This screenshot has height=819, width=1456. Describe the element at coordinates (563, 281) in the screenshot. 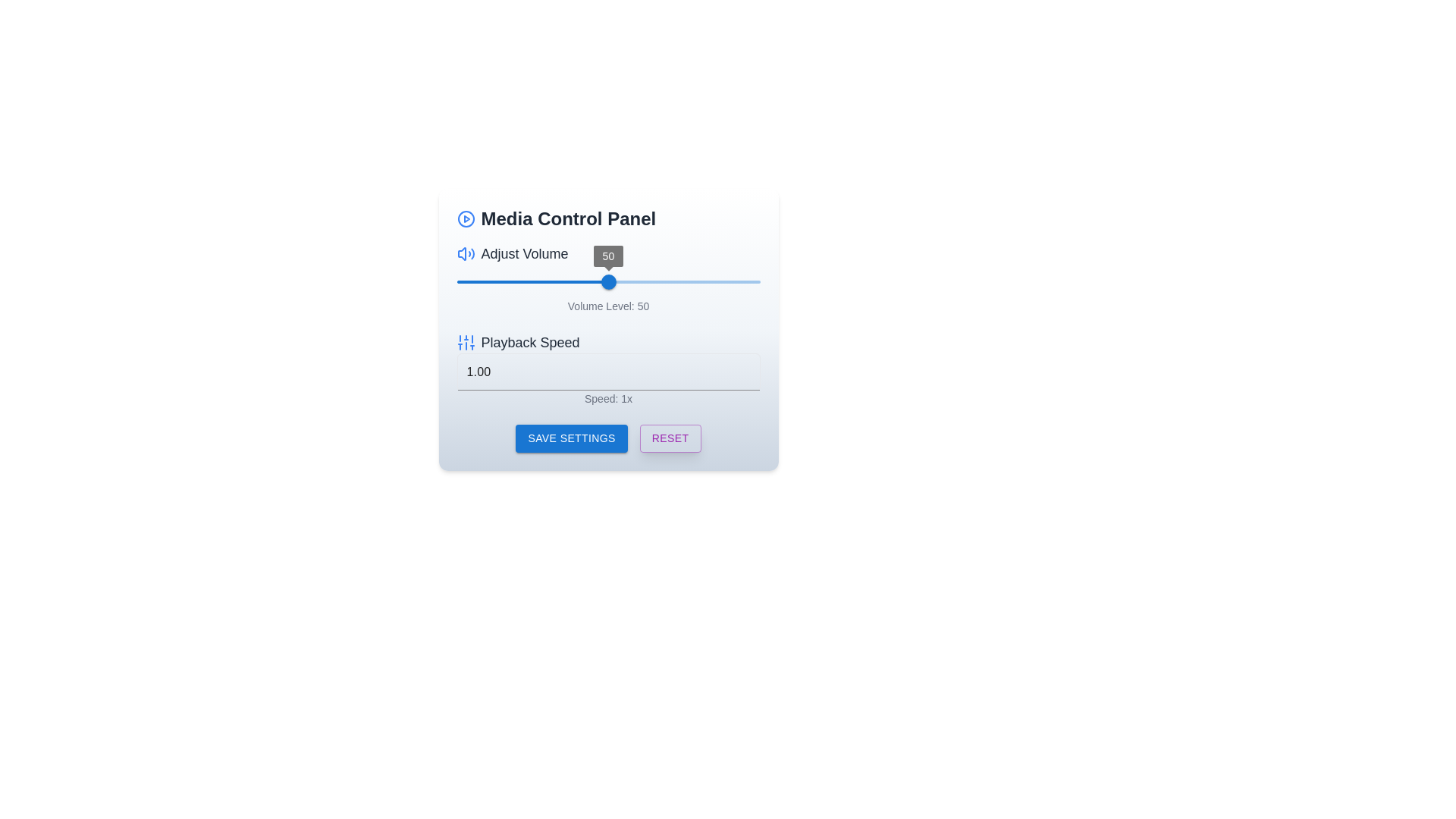

I see `the volume level` at that location.